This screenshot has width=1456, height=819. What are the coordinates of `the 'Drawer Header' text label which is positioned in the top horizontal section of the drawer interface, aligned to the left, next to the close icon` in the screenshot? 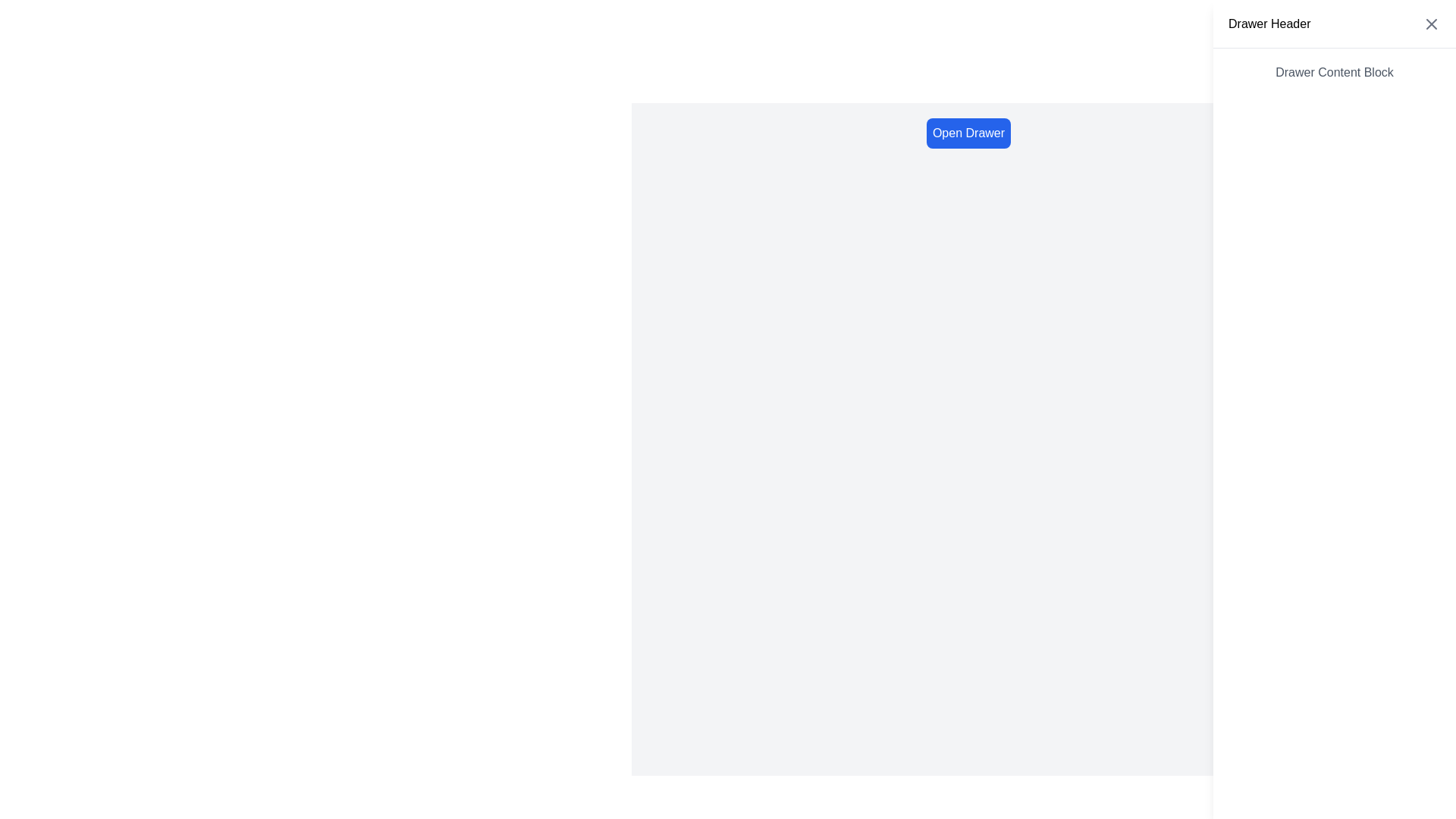 It's located at (1269, 24).